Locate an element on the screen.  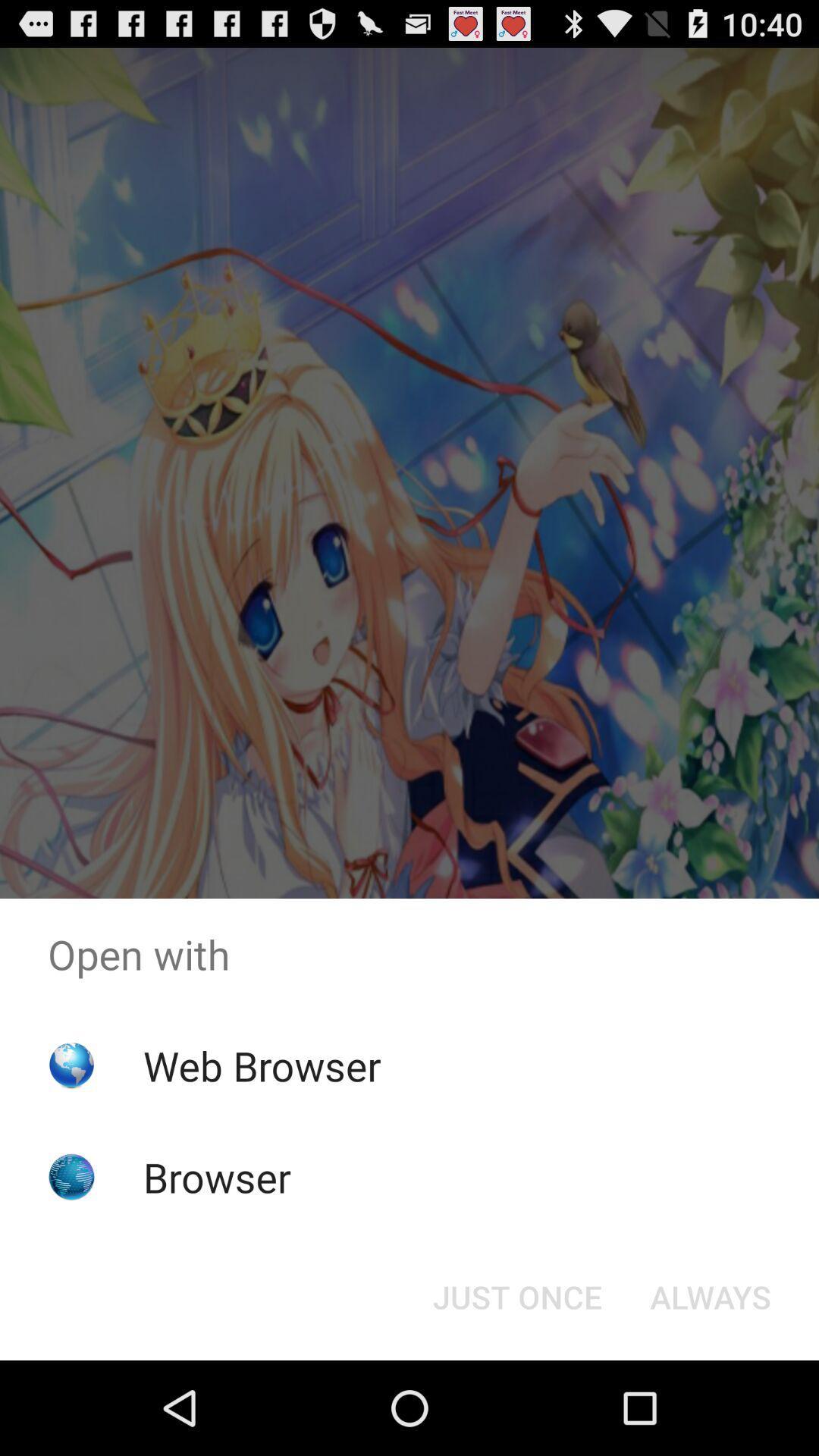
the always is located at coordinates (711, 1295).